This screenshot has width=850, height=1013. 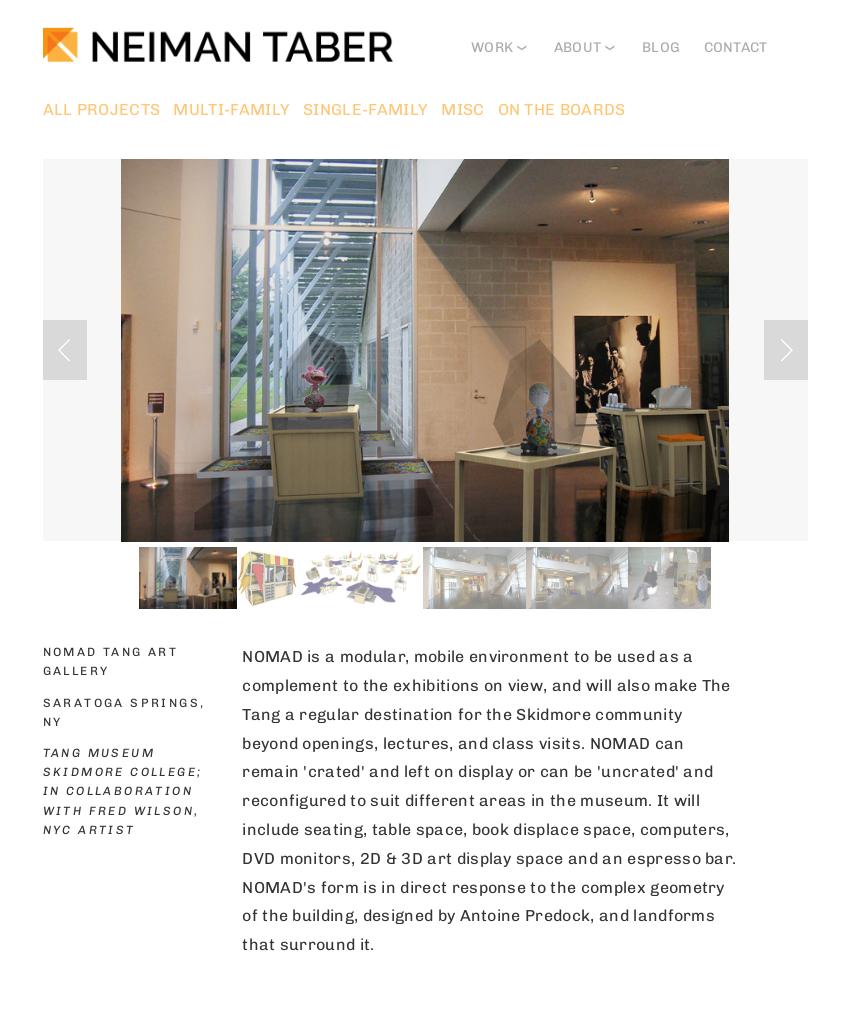 What do you see at coordinates (491, 46) in the screenshot?
I see `'WORK'` at bounding box center [491, 46].